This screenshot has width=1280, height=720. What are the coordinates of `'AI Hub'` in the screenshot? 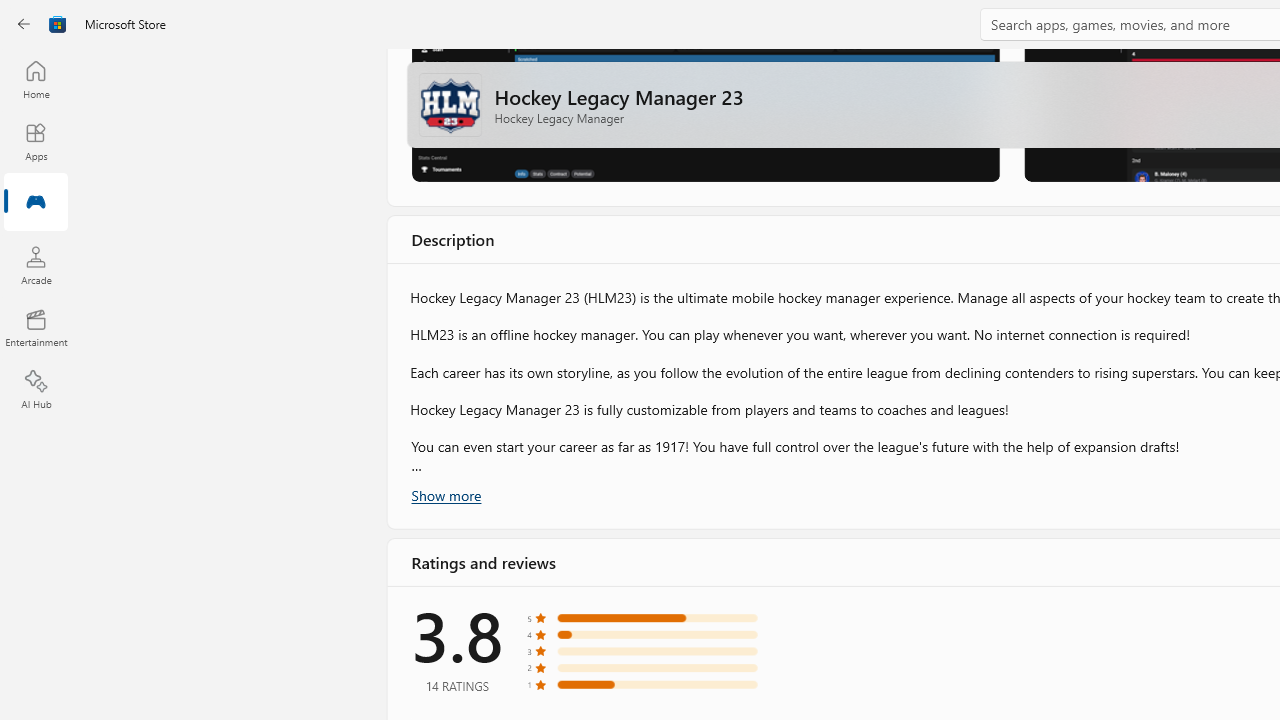 It's located at (35, 390).